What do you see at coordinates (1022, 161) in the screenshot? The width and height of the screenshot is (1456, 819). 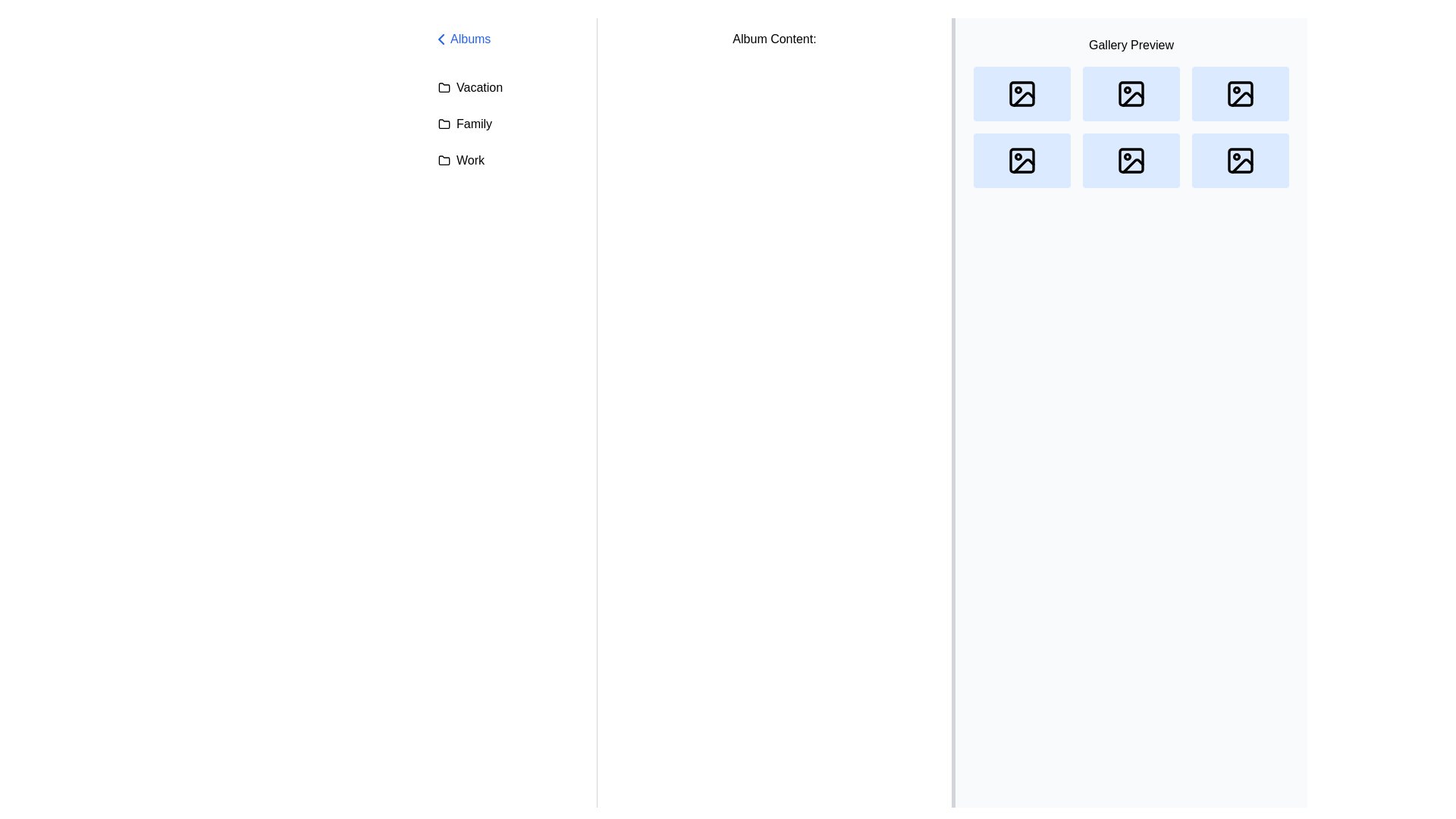 I see `the blue square-shaped icon button with a rounded edge and an image placeholder icon` at bounding box center [1022, 161].